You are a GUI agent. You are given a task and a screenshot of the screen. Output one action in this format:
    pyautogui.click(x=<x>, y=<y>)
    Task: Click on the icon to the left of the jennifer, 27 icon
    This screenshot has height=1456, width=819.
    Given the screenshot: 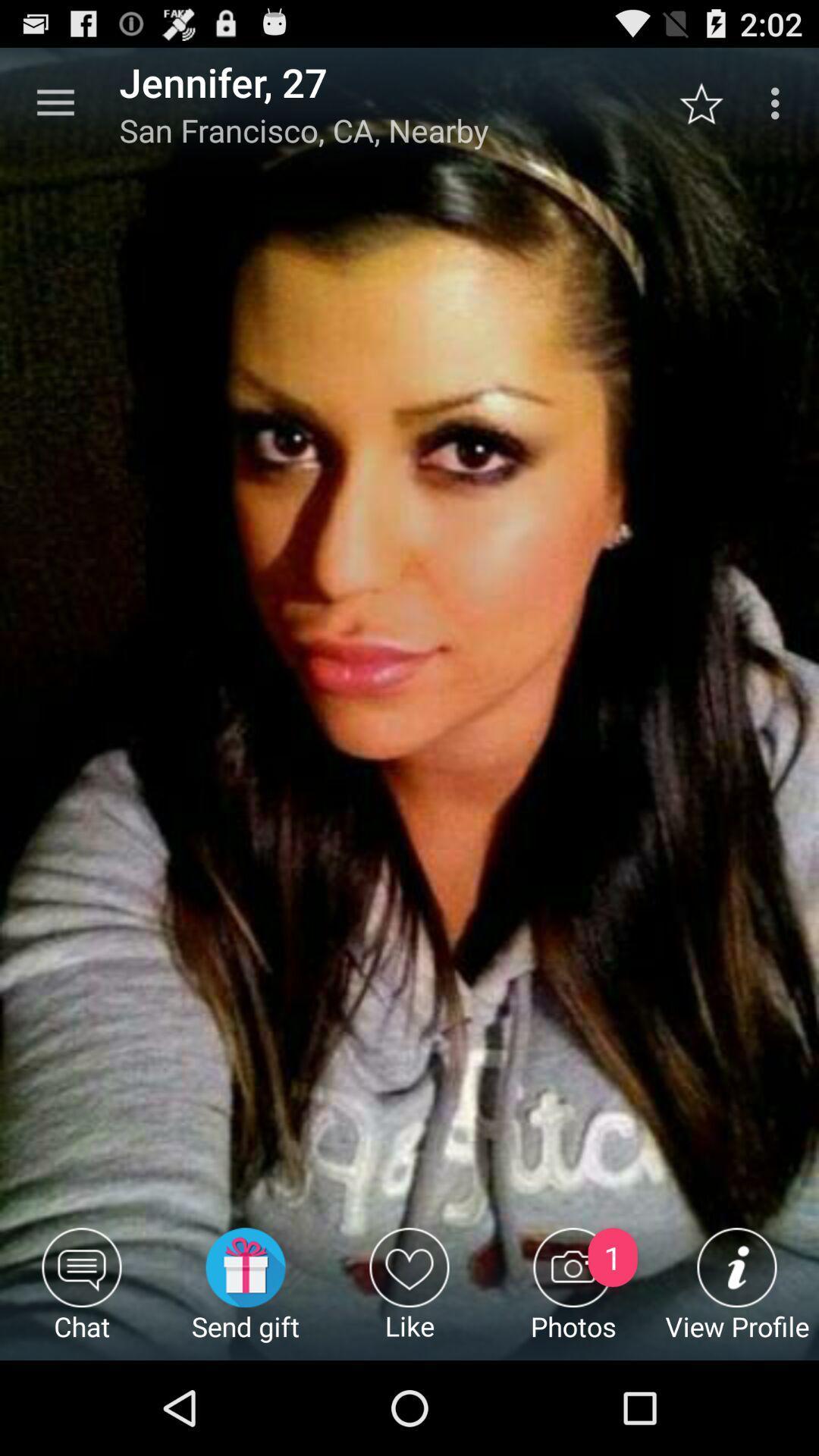 What is the action you would take?
    pyautogui.click(x=55, y=102)
    